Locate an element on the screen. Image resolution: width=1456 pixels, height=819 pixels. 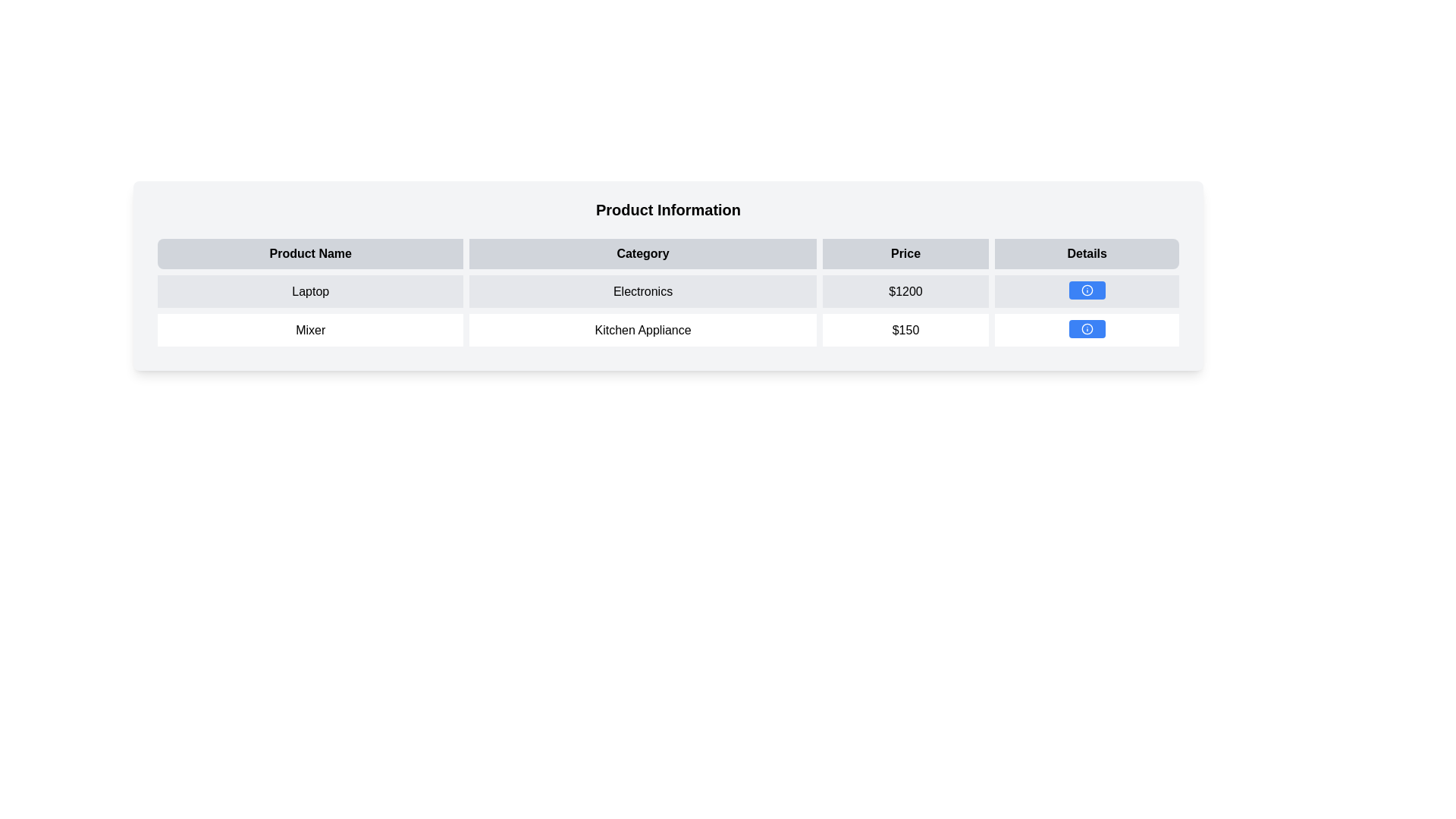
the circular shape with a fine outline inside a blue circular area, located in the 'Details' column of the first row in the product details table is located at coordinates (1086, 328).